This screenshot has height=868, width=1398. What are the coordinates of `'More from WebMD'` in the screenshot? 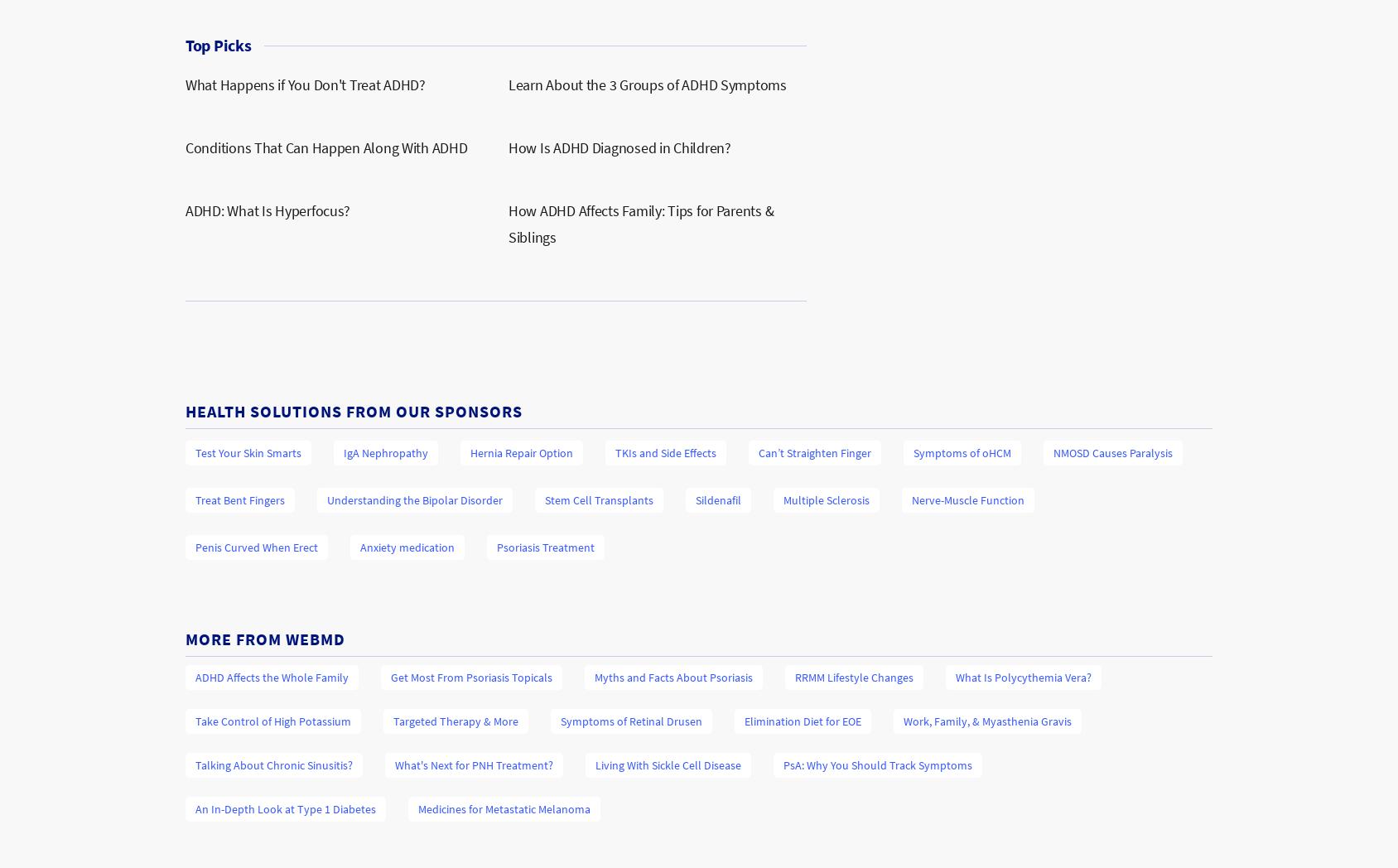 It's located at (184, 639).